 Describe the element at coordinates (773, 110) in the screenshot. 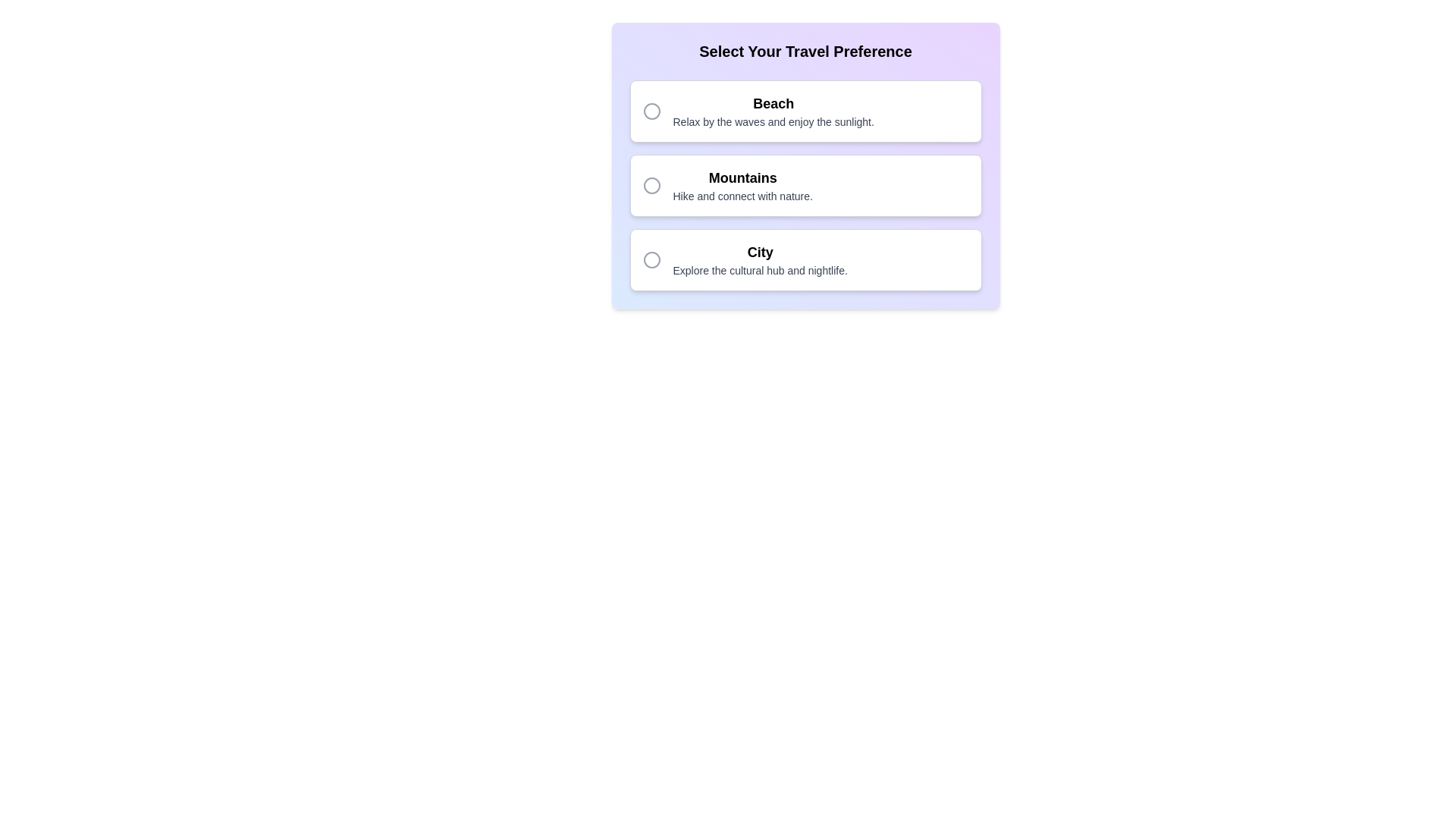

I see `the 'Beach' travel preference option in the selectable card, which is the uppermost option in the list below the heading 'Select Your Travel Preference'` at that location.